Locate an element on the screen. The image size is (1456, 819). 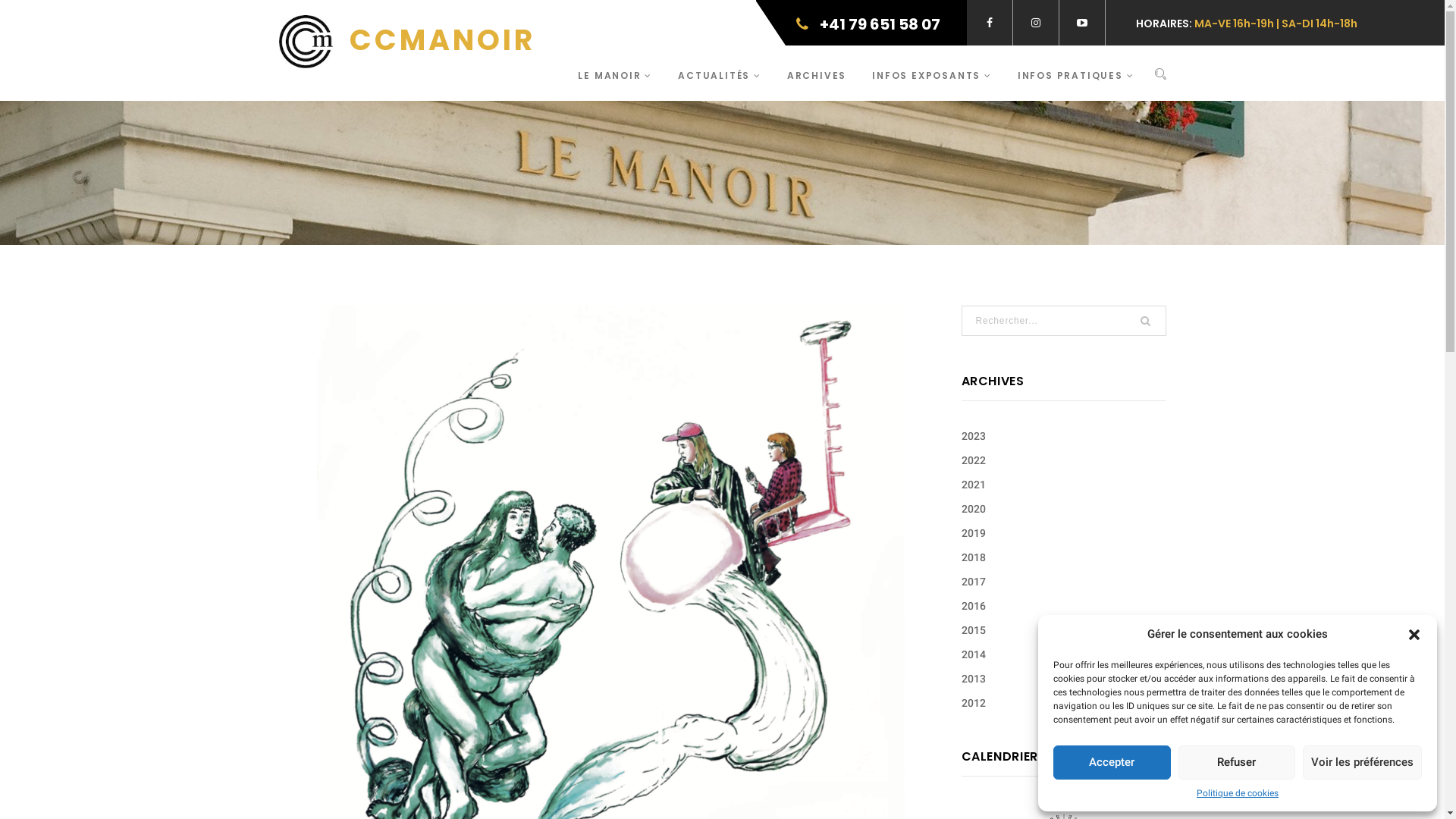
'2012' is located at coordinates (973, 702).